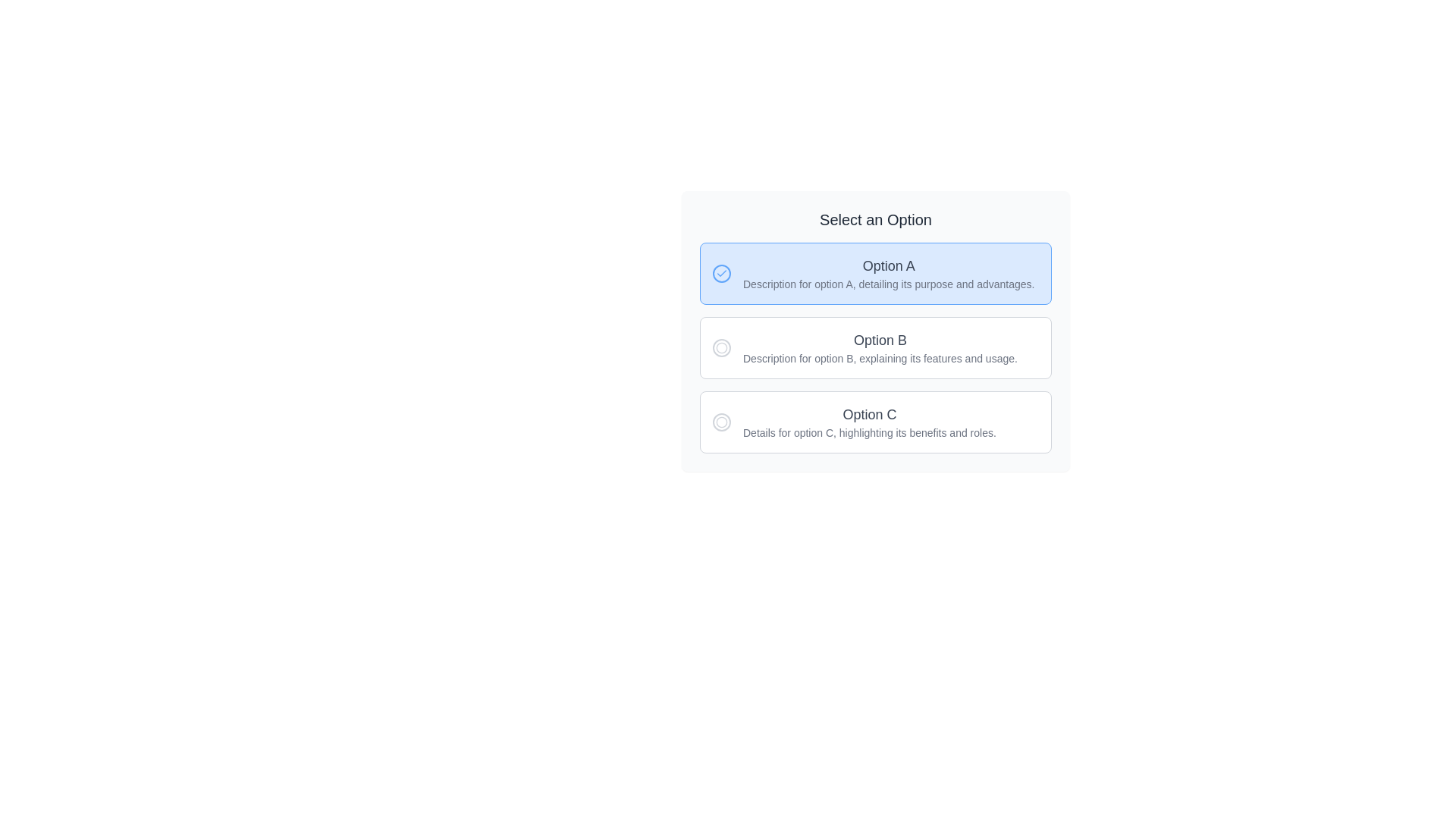  I want to click on 'Option B' in the selectable options group, so click(876, 348).